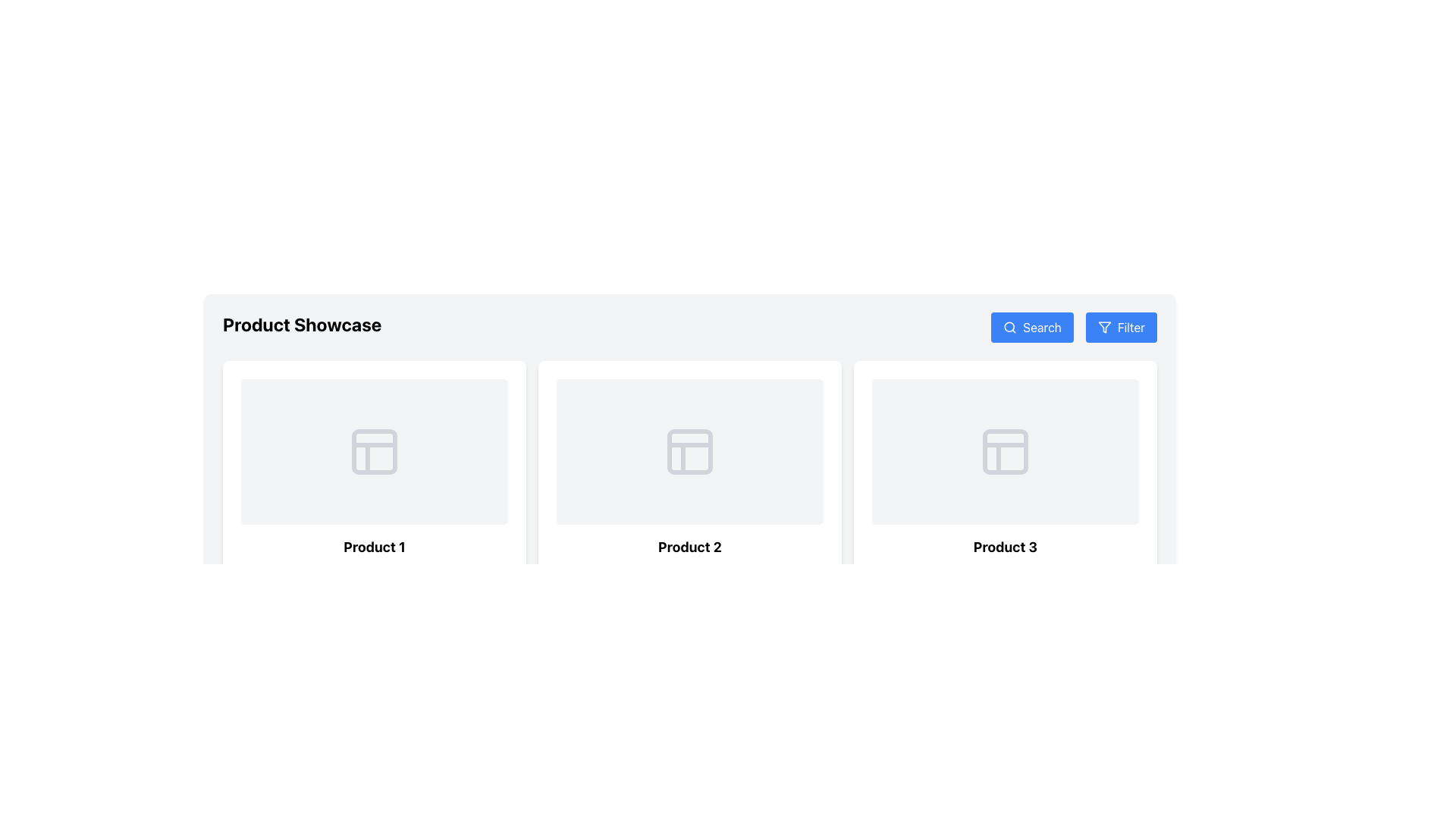  I want to click on the decorative icon located at the center of the 'Product 2' card, so click(689, 451).